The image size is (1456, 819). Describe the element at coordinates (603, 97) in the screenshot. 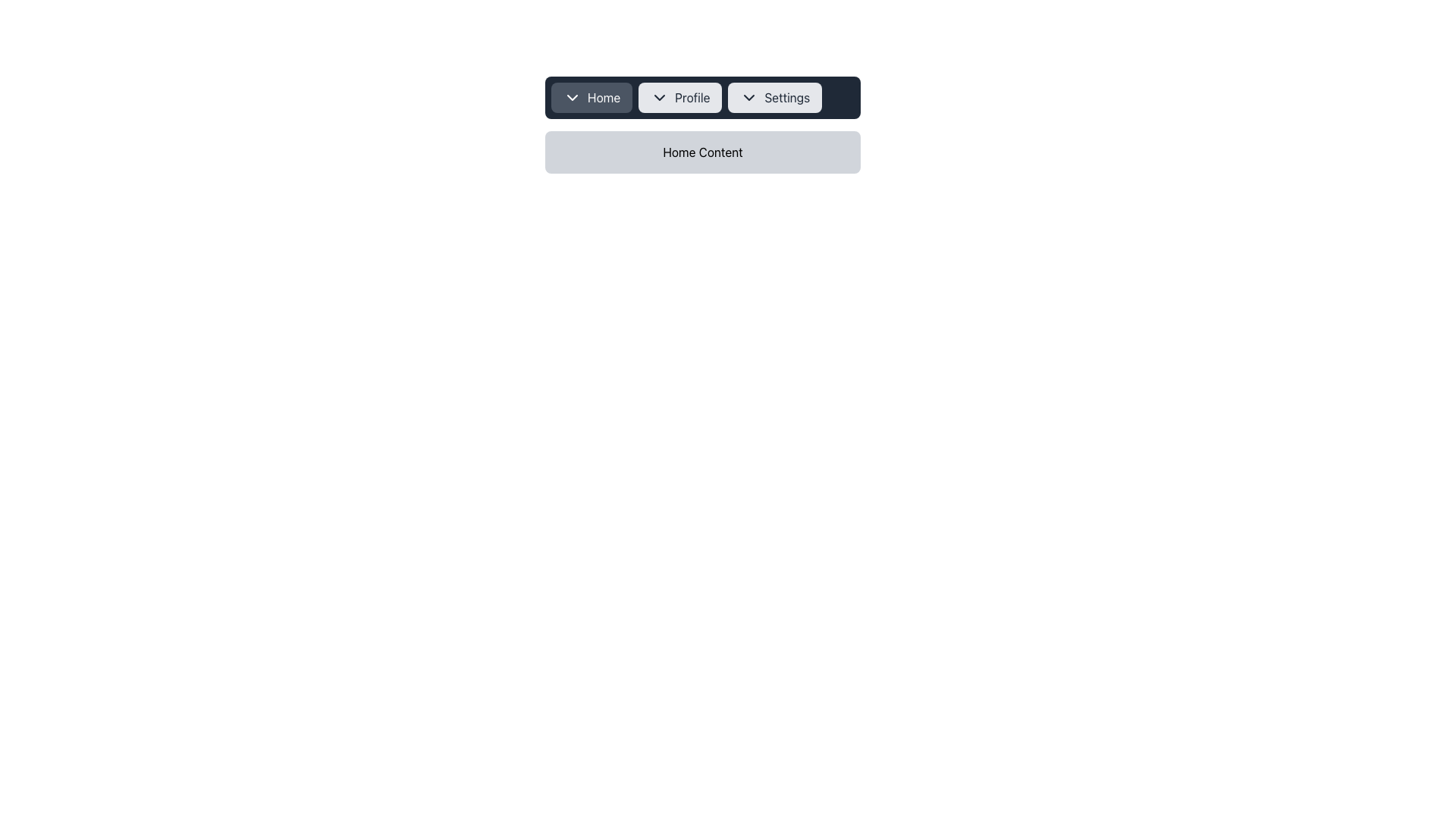

I see `text content of the 'Home' label, which is styled in a light font color against a dark background and is part of a button component at the top of the interface` at that location.